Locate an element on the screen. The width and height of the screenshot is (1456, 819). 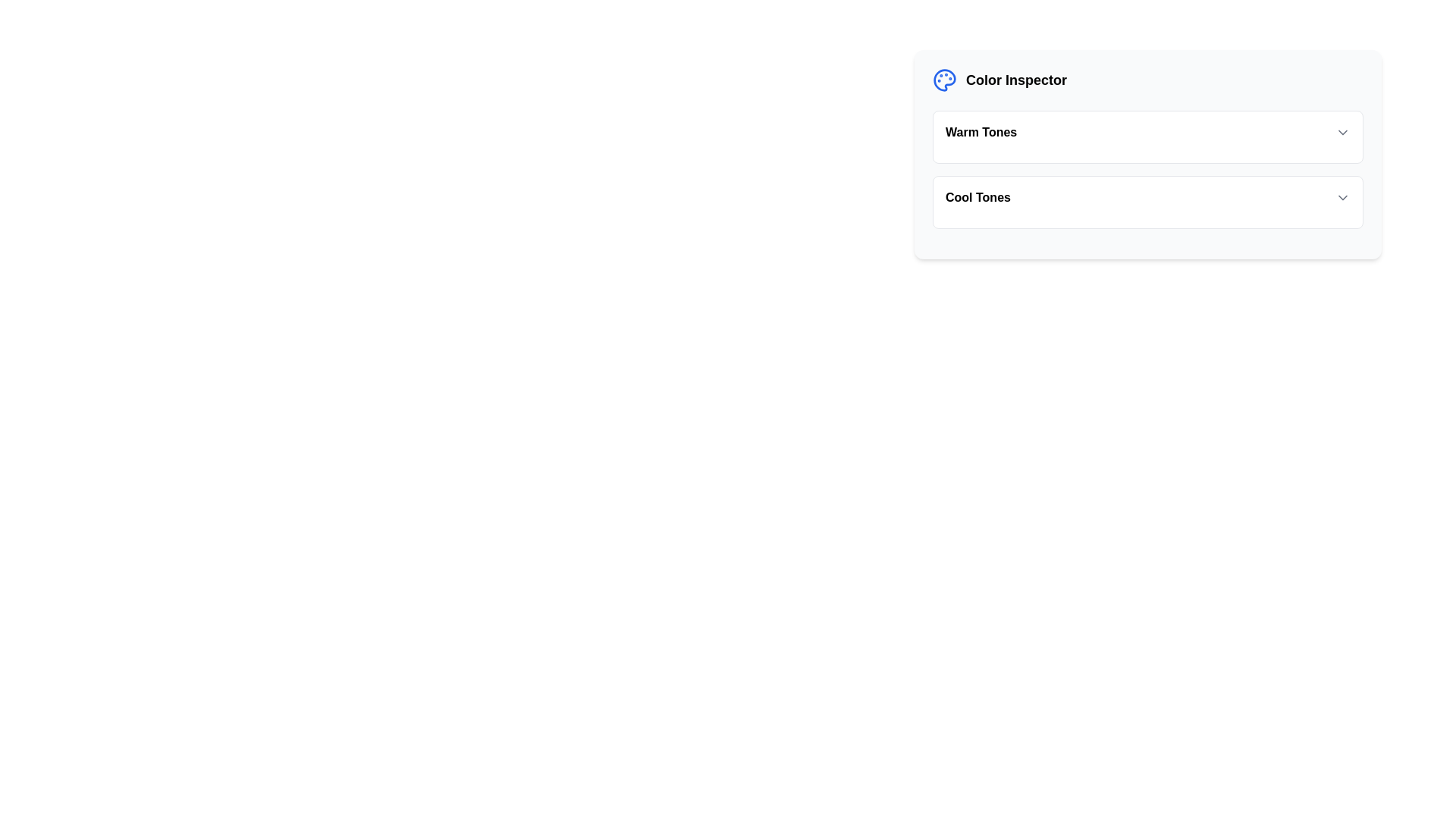
the 'Cool Tones' dropdown menu in the 'Color Inspector' widget is located at coordinates (1147, 201).